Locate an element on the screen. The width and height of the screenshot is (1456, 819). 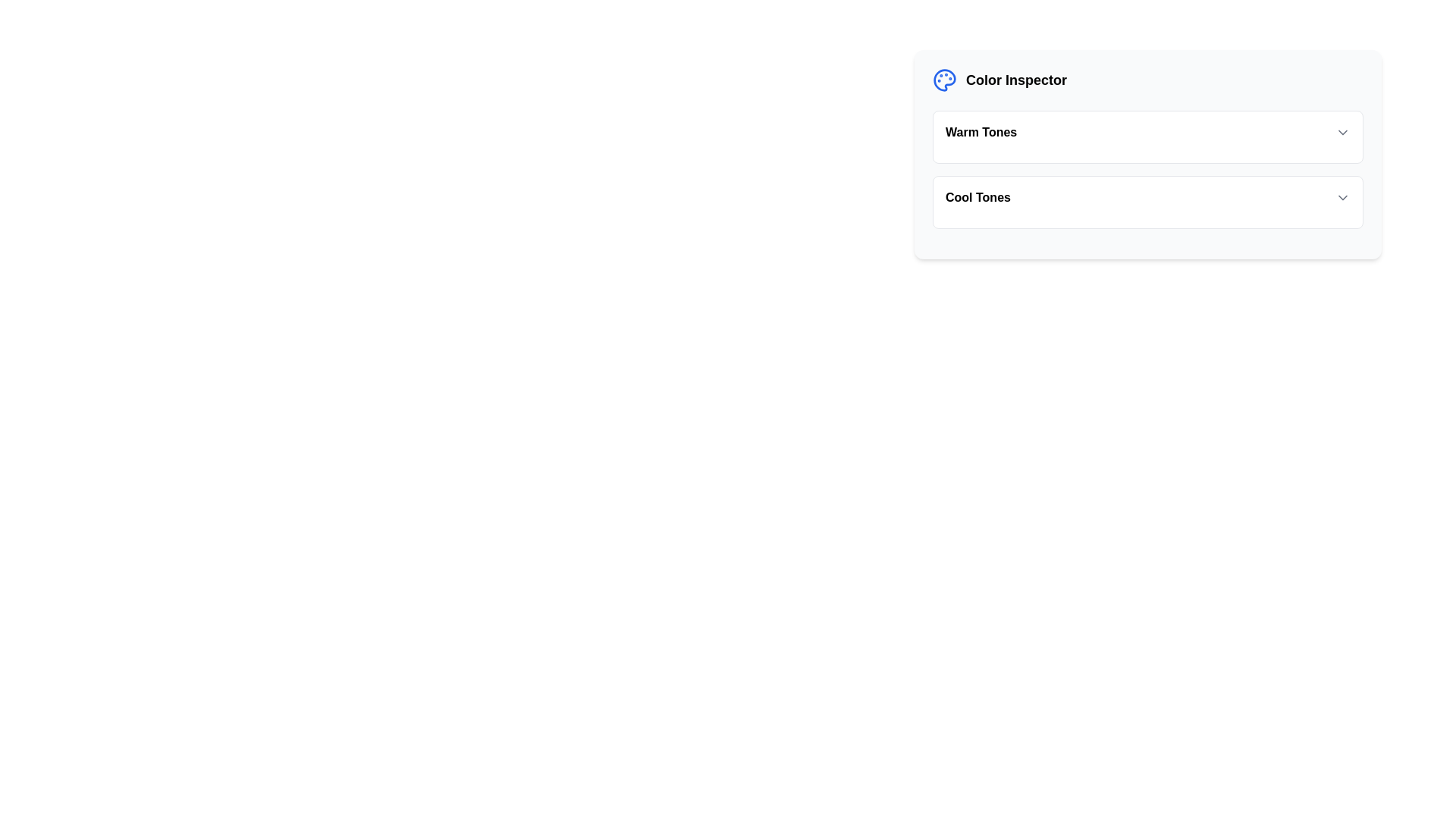
the 'Cool Tones' dropdown menu in the 'Color Inspector' widget is located at coordinates (1147, 201).